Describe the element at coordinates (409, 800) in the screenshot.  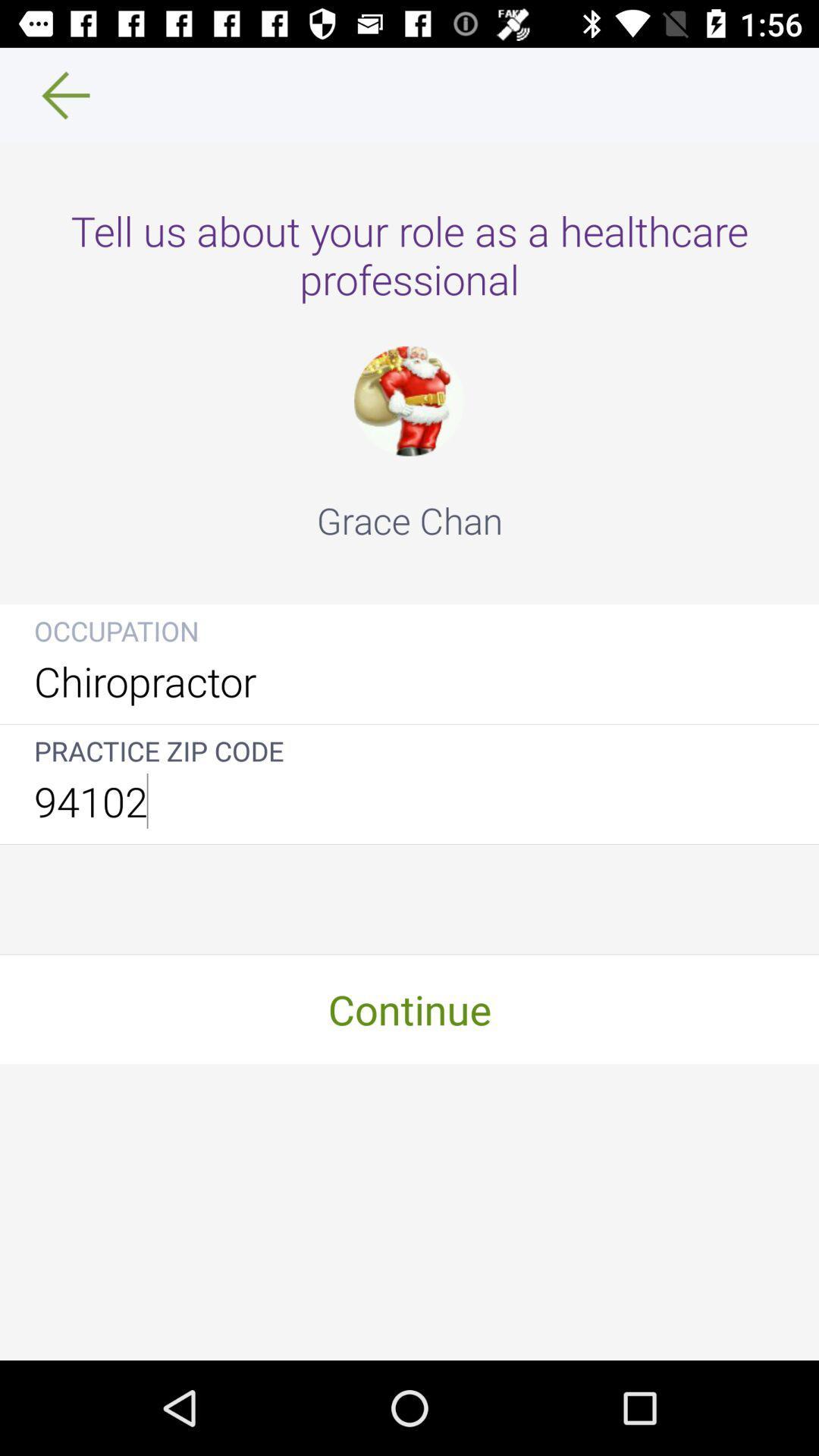
I see `the 94102 item` at that location.